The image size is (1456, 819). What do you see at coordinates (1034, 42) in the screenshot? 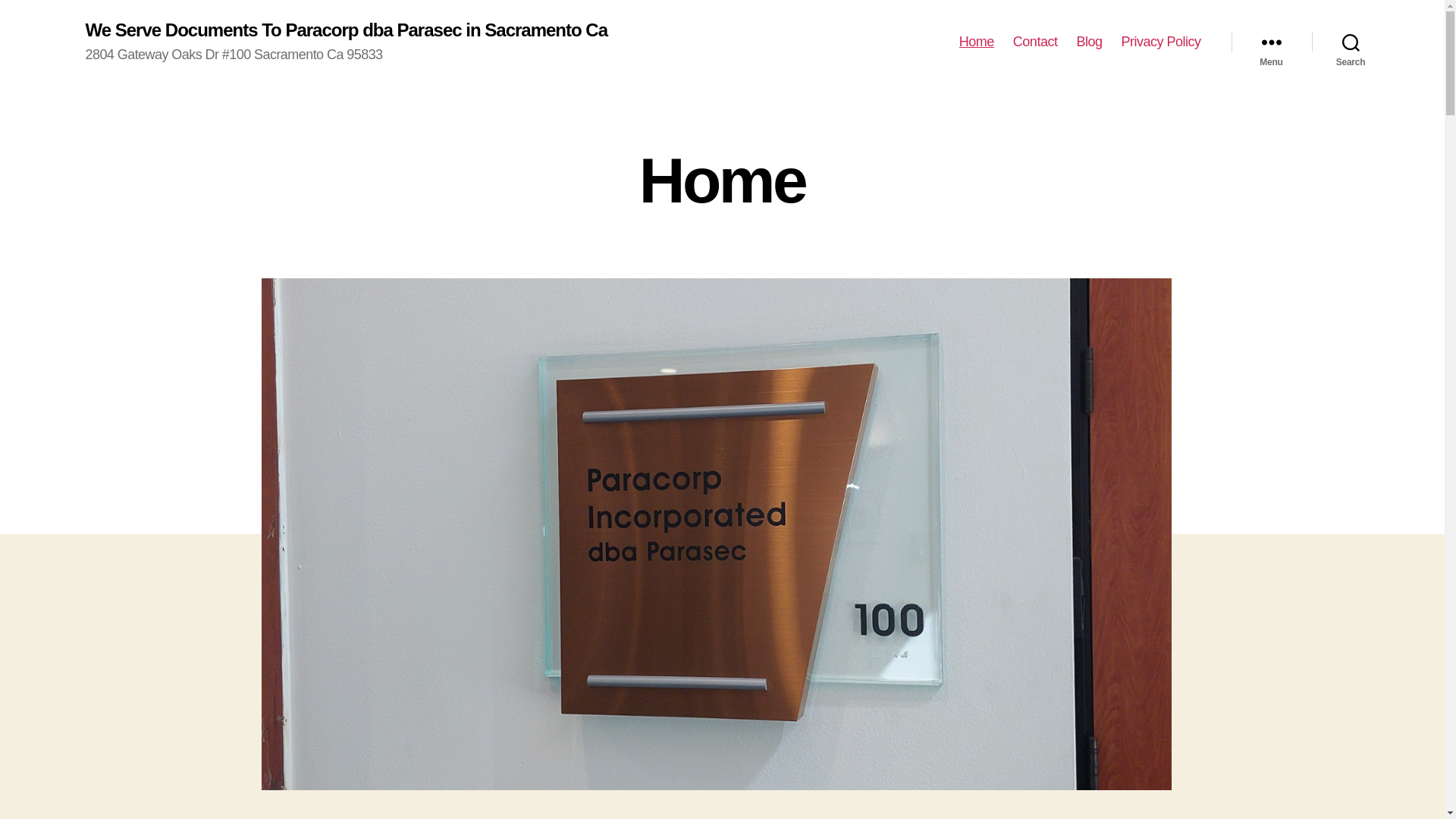
I see `'Contact'` at bounding box center [1034, 42].